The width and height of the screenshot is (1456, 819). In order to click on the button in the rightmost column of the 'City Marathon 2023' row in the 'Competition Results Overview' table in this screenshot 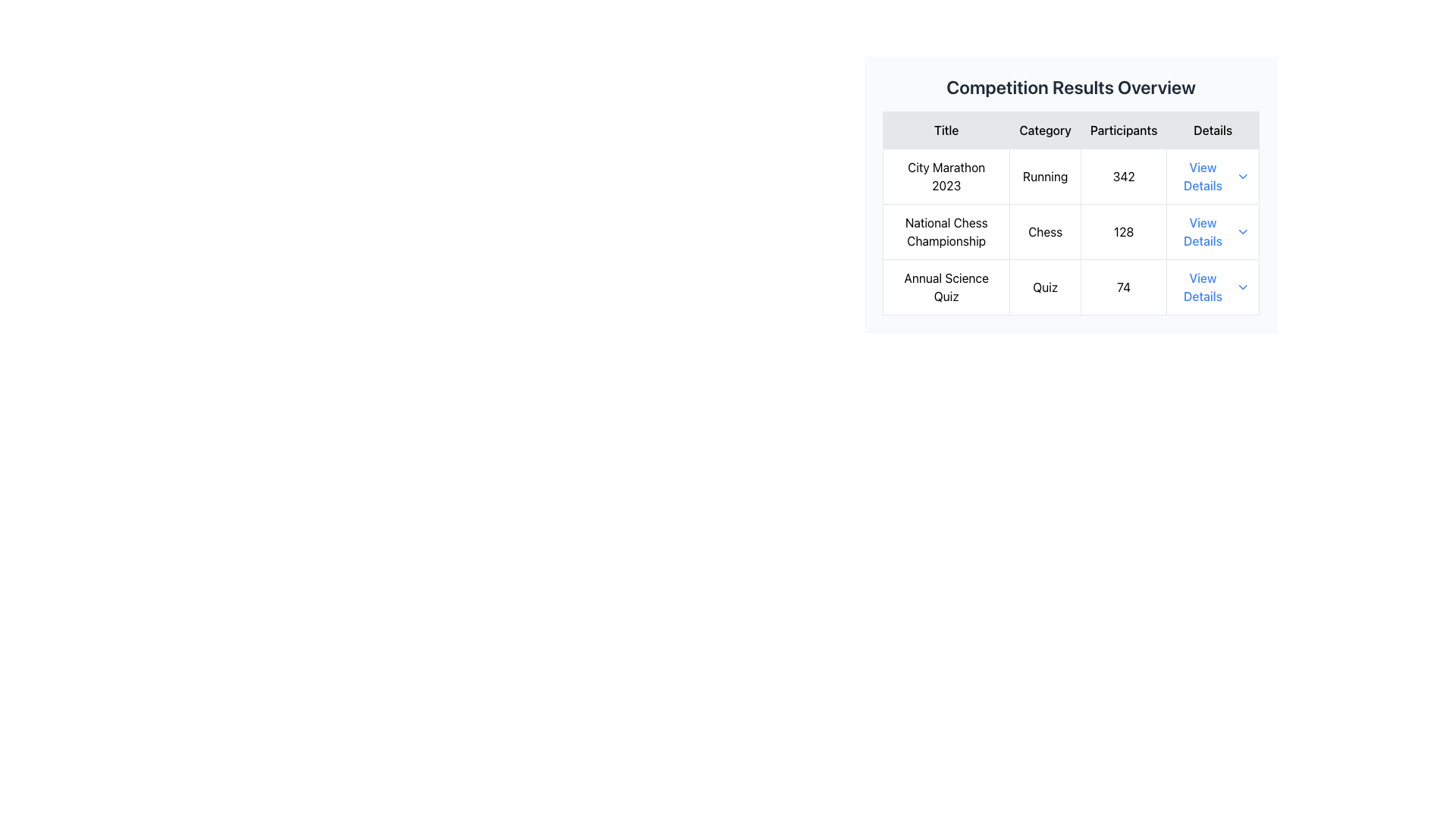, I will do `click(1211, 175)`.